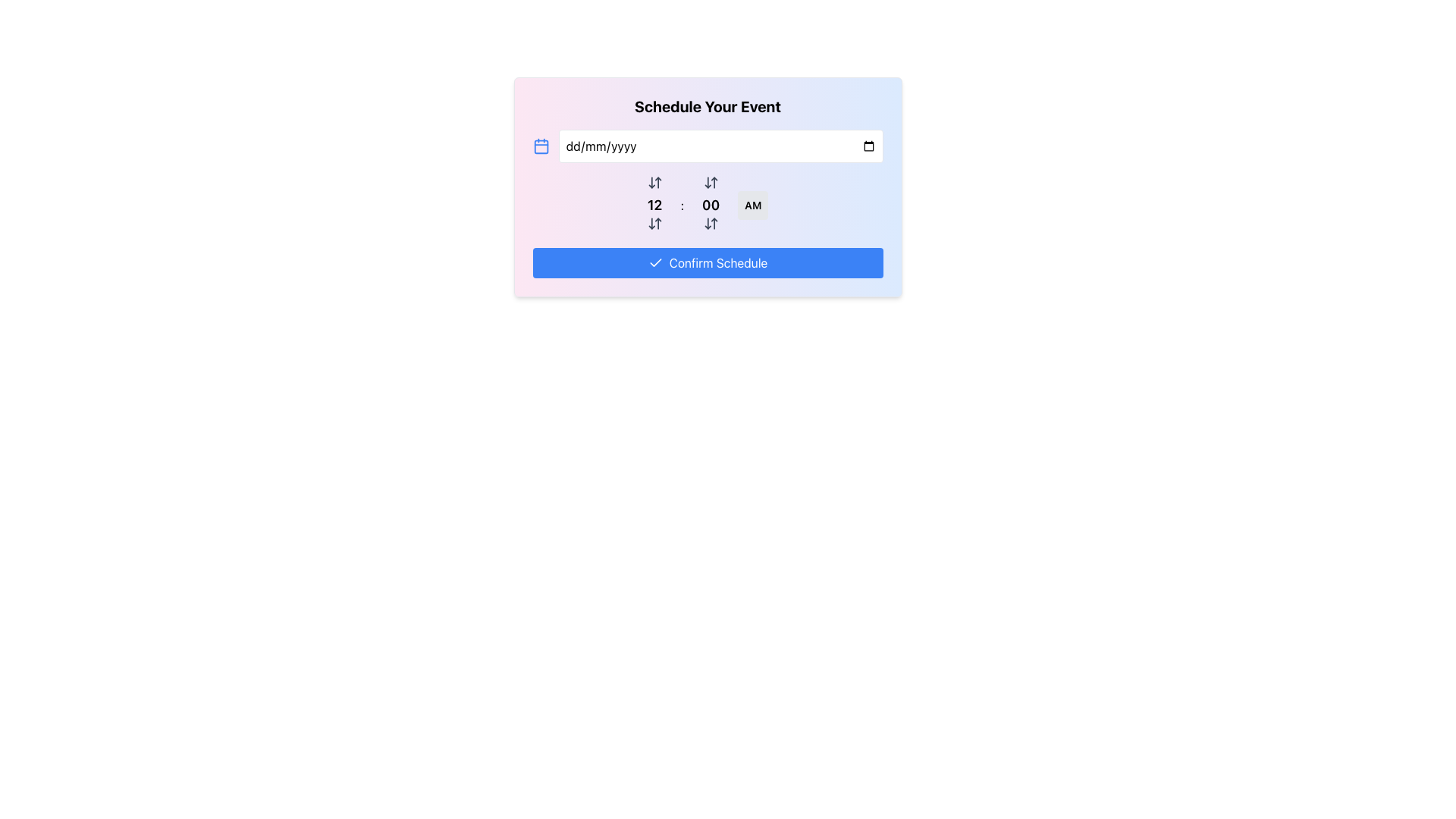 This screenshot has width=1456, height=819. What do you see at coordinates (710, 181) in the screenshot?
I see `the icon button located in the time selection section of the scheduling card to interact with it` at bounding box center [710, 181].